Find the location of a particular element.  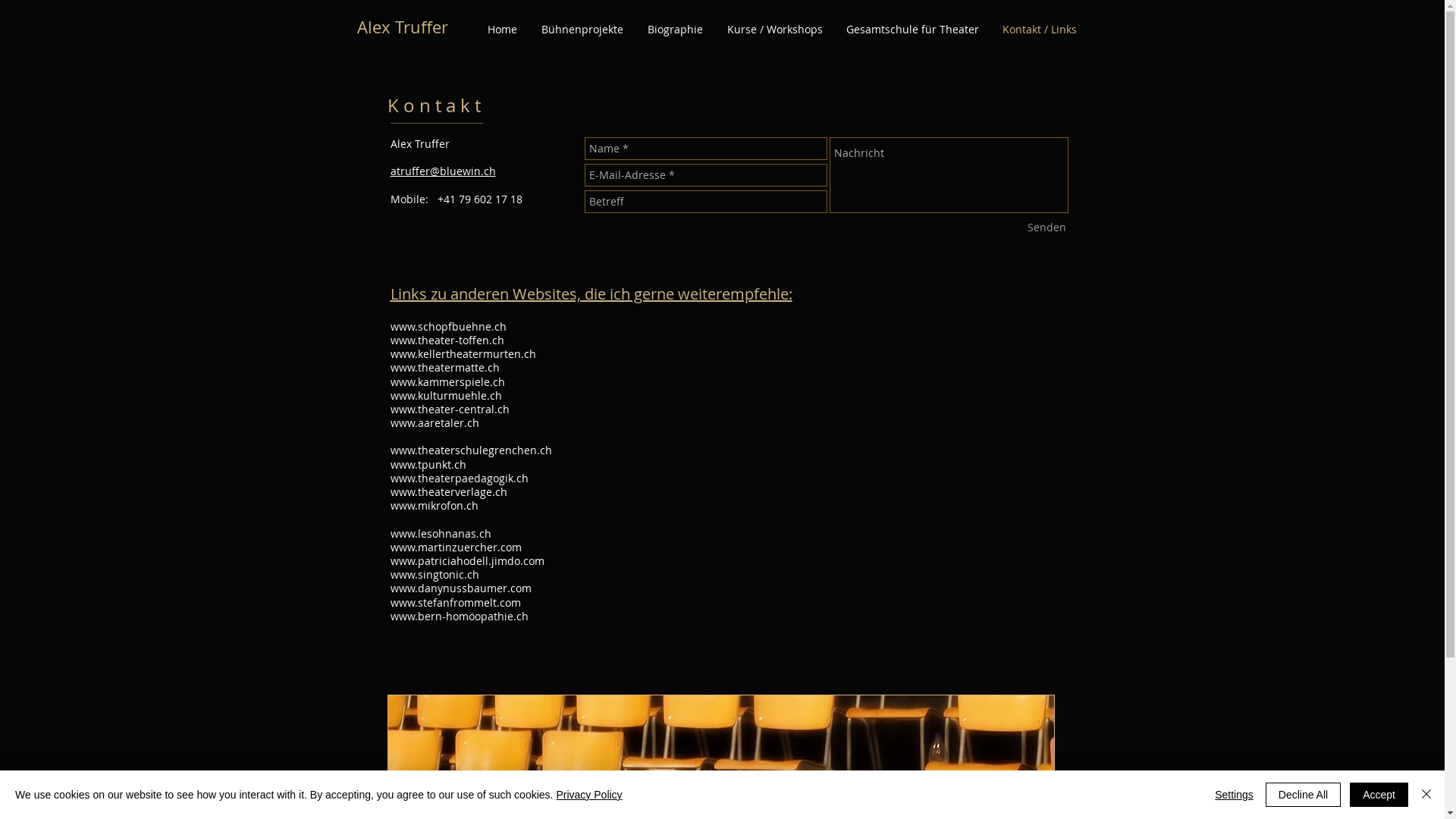

'Senden' is located at coordinates (1046, 227).